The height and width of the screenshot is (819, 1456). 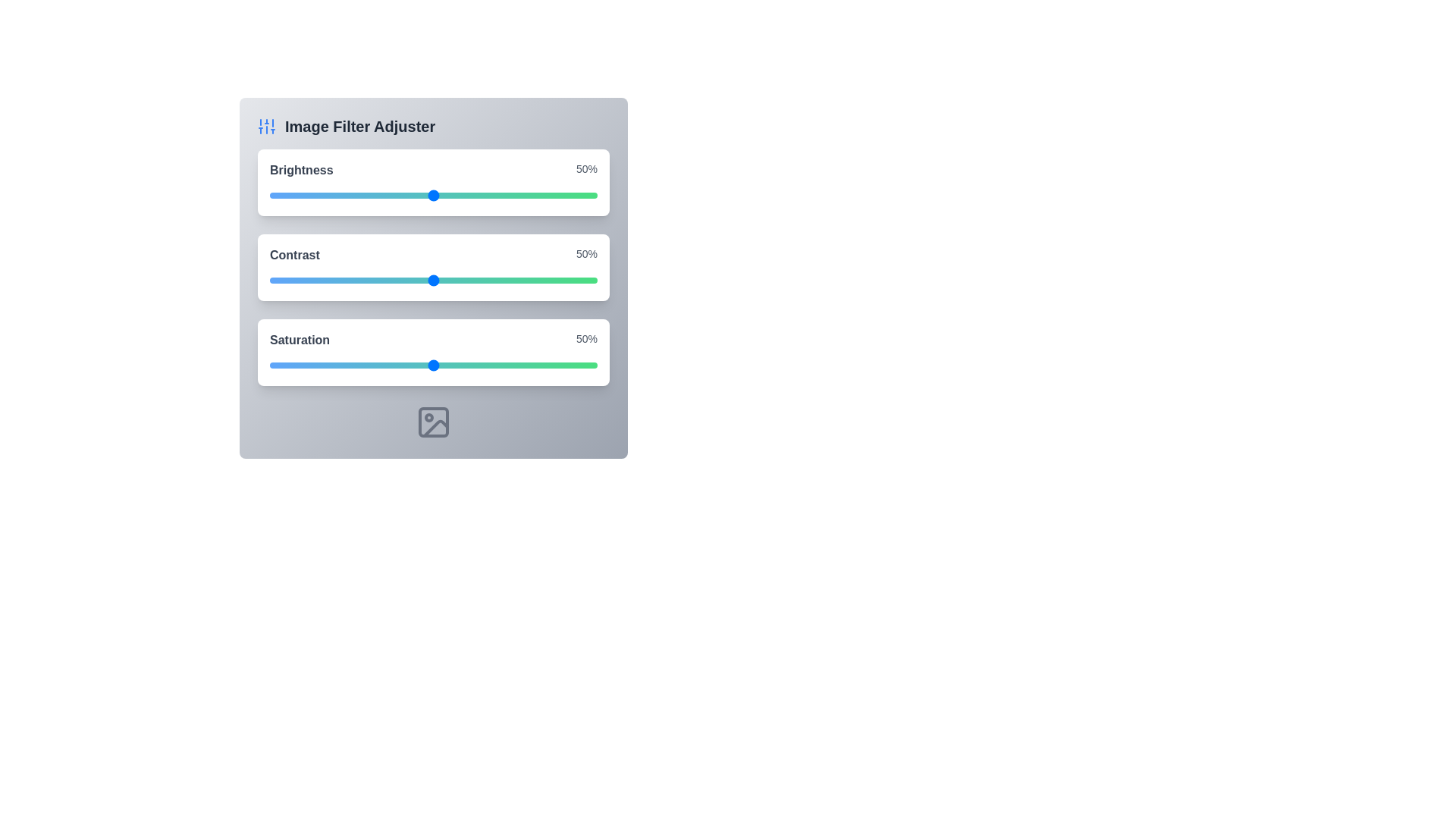 I want to click on the contrast slider to 46%, so click(x=420, y=281).